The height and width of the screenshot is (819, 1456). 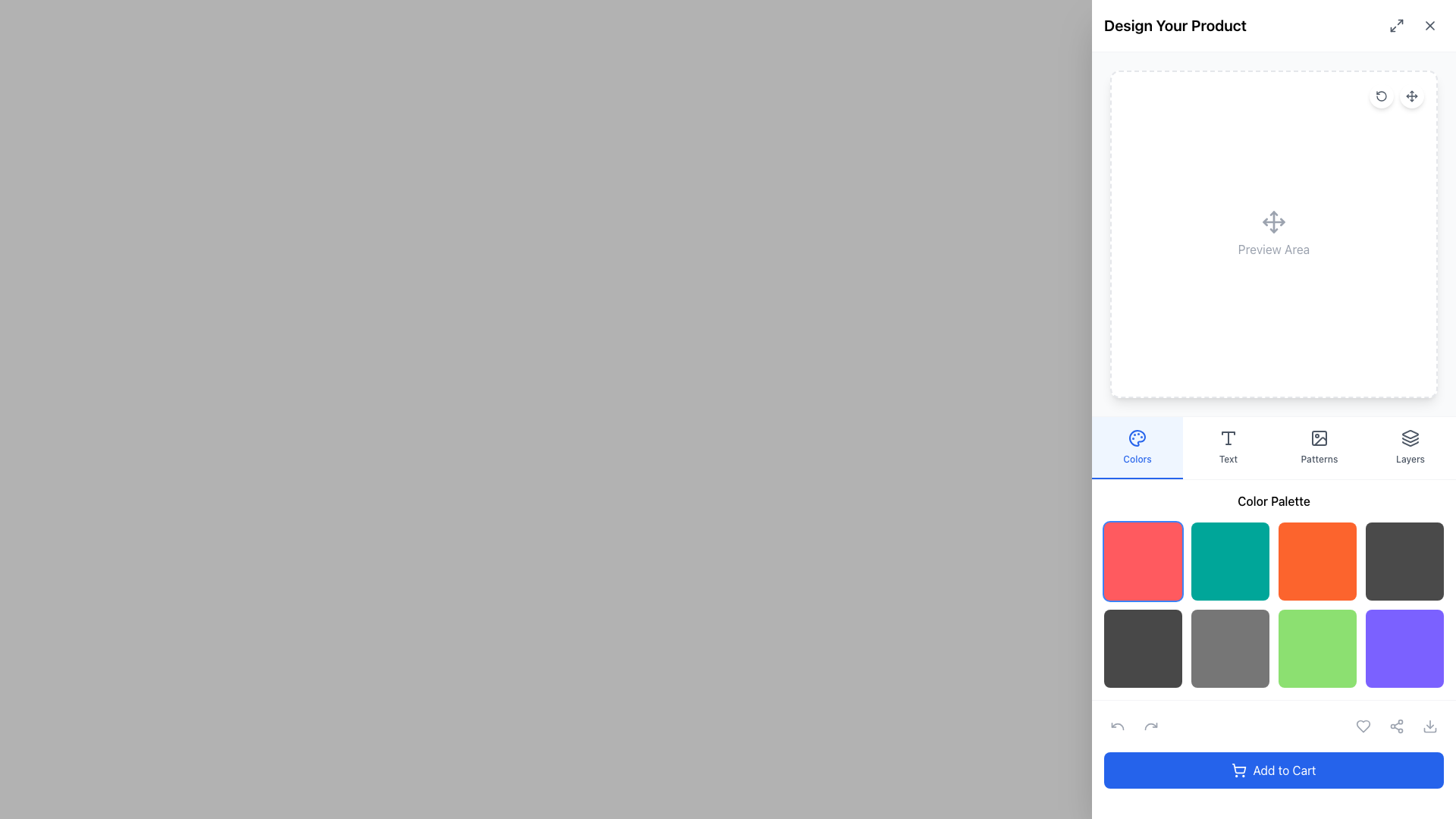 I want to click on the icon depicting intersecting arrows pointing in four directions, located at the center of the 'Preview Area' section, so click(x=1274, y=222).